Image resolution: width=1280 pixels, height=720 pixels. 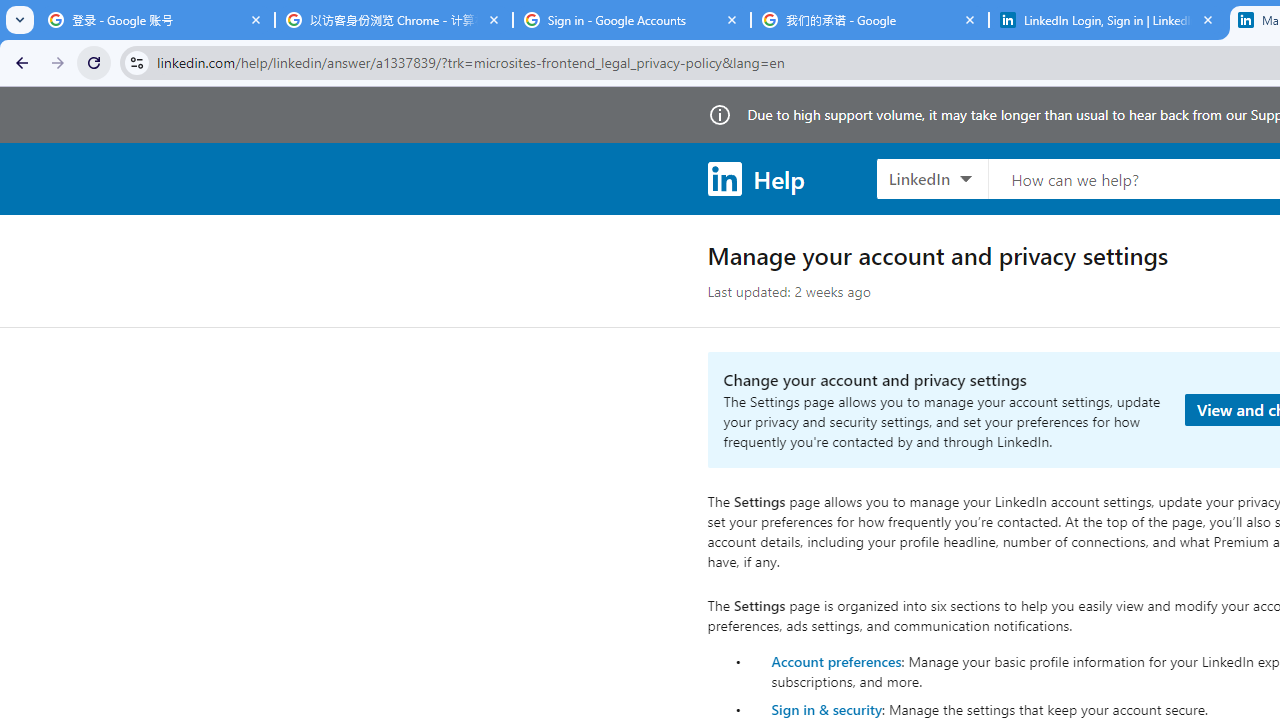 What do you see at coordinates (754, 177) in the screenshot?
I see `'Help'` at bounding box center [754, 177].